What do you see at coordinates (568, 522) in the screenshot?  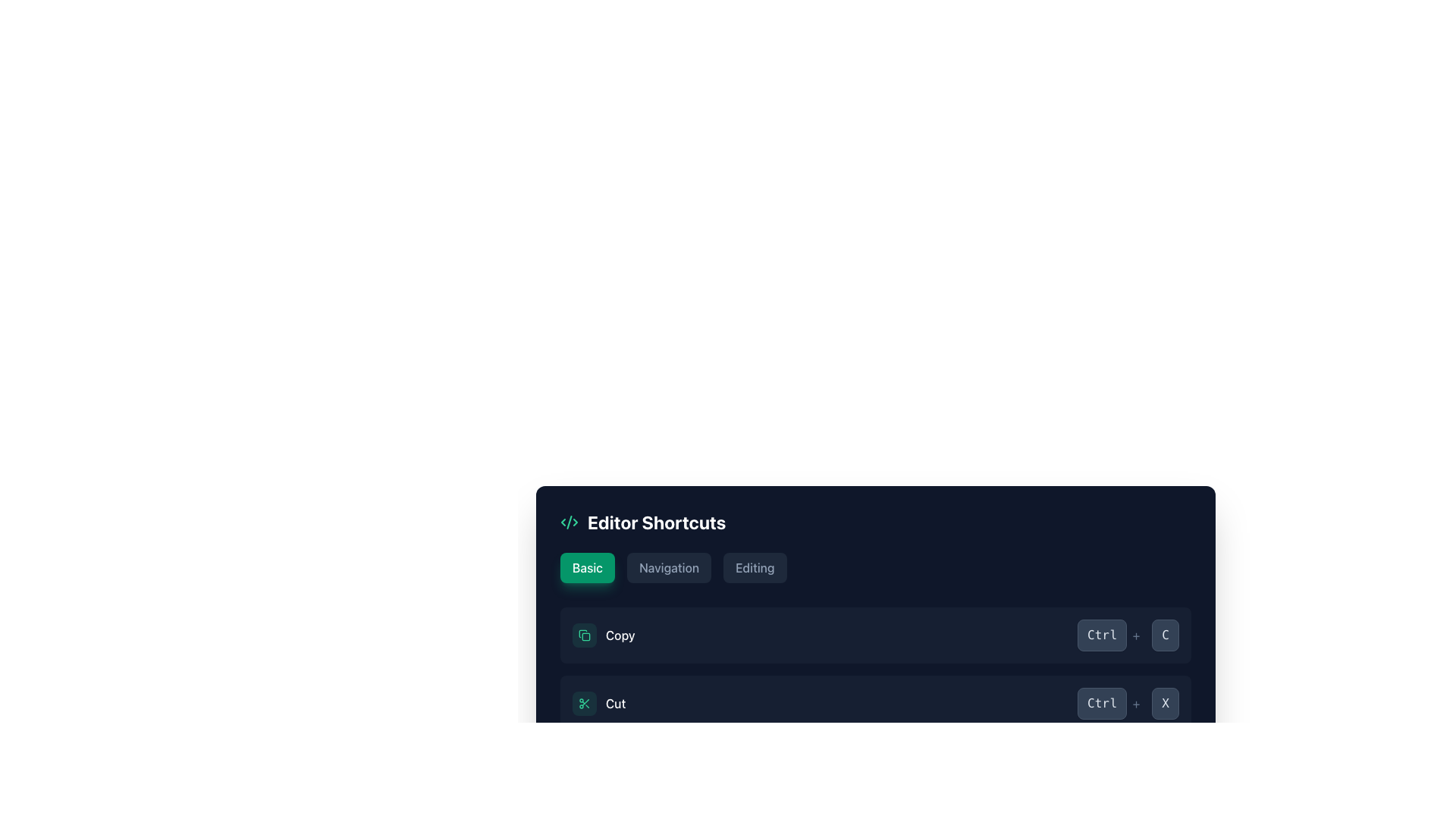 I see `properties of the emerald green code symbol icon located at the top left of the 'Editor Shortcuts' section` at bounding box center [568, 522].